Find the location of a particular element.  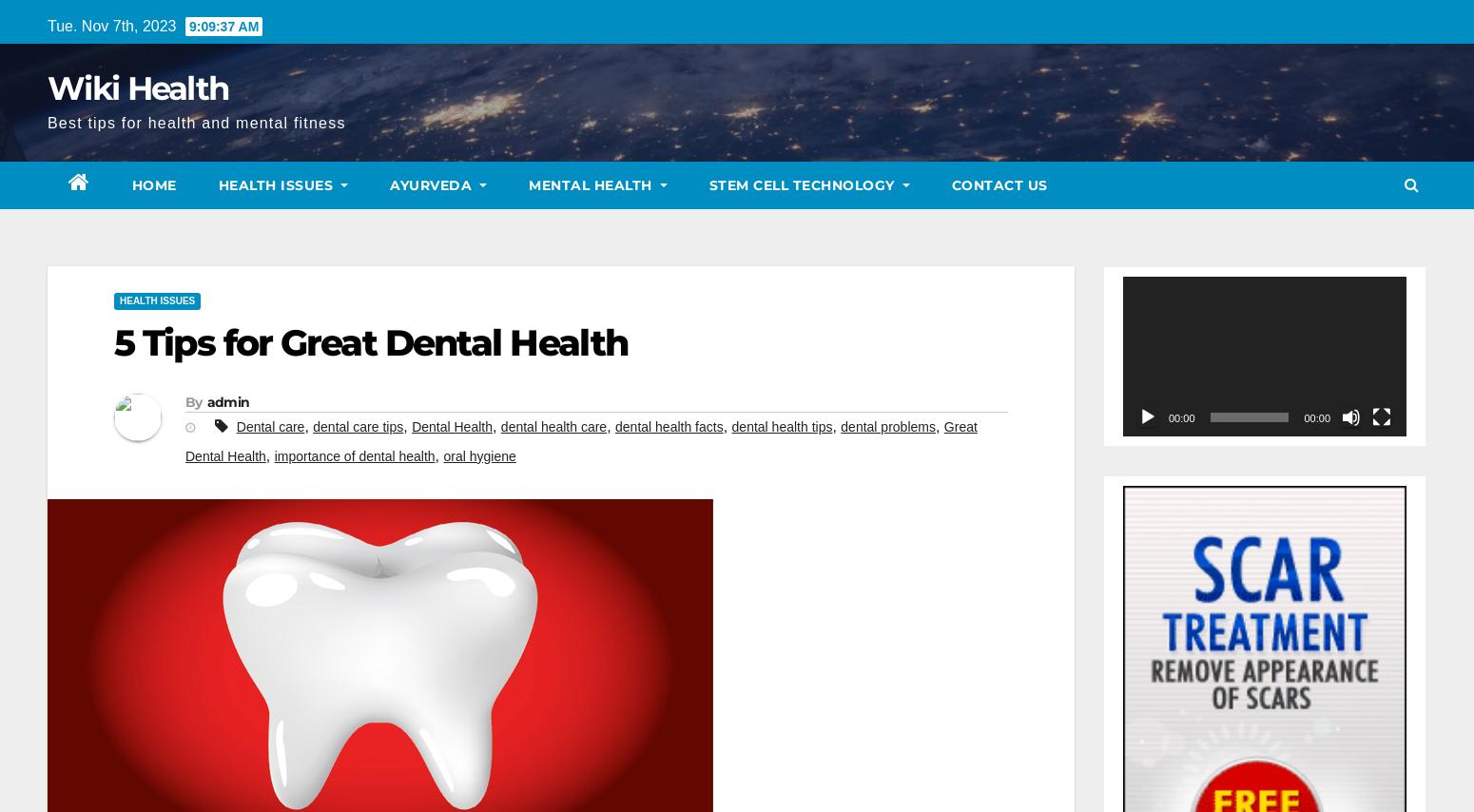

'9:09:38 AM' is located at coordinates (186, 26).